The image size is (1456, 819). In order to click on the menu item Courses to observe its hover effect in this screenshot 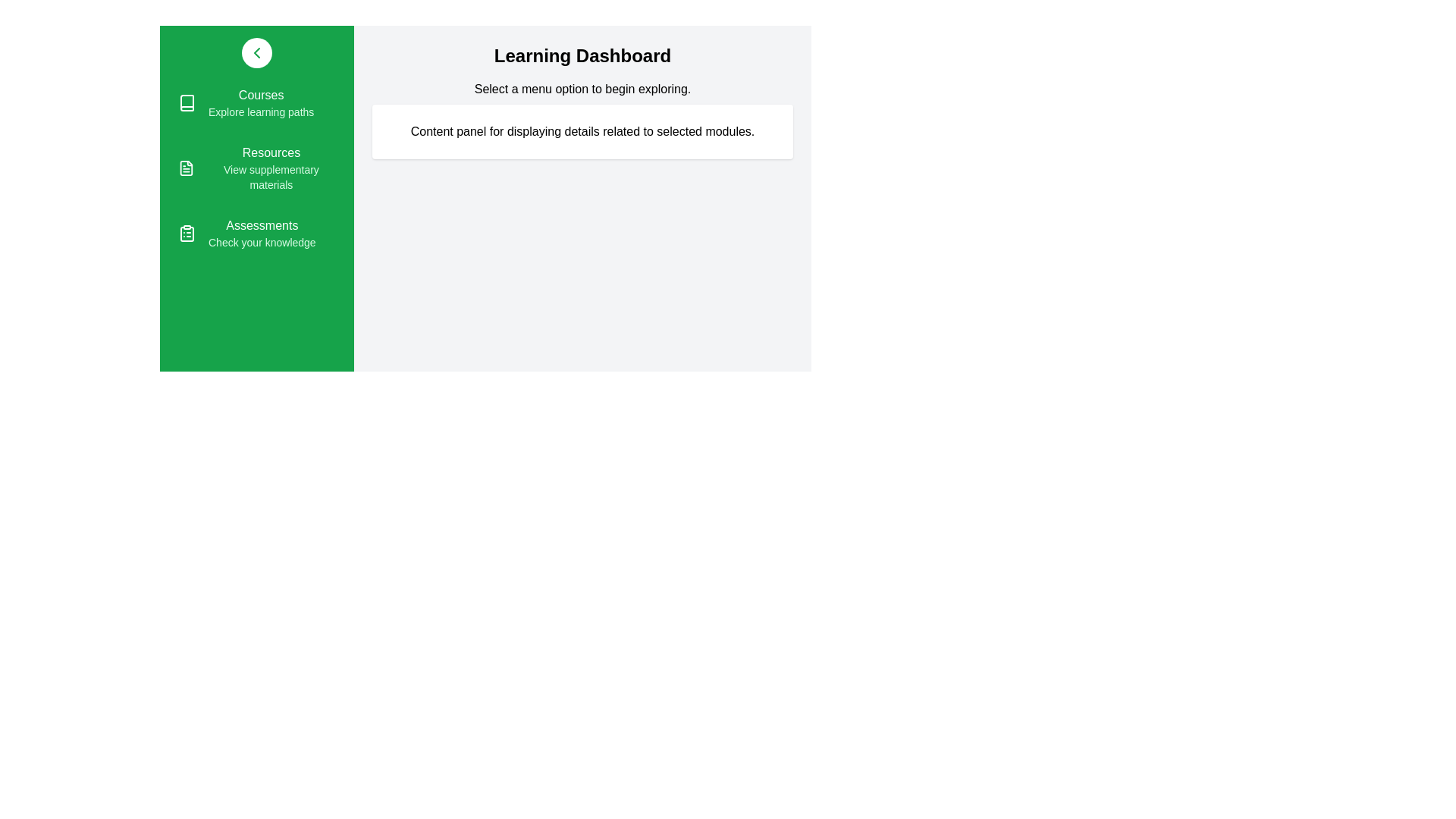, I will do `click(257, 102)`.